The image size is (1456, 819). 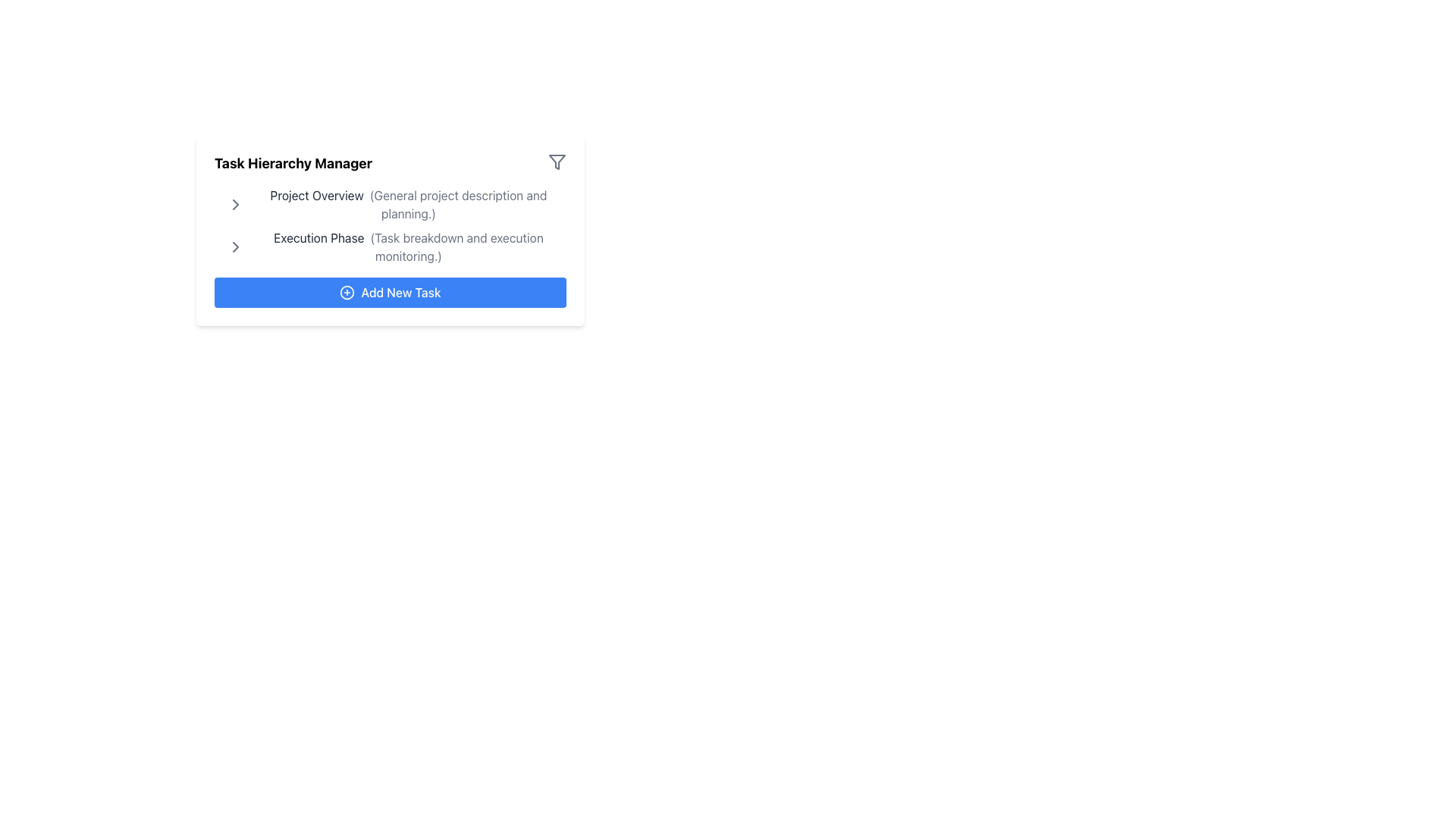 I want to click on Circular SVG shape located to the left of the 'Add New Task' button in the task hierarchy manager section, so click(x=347, y=292).